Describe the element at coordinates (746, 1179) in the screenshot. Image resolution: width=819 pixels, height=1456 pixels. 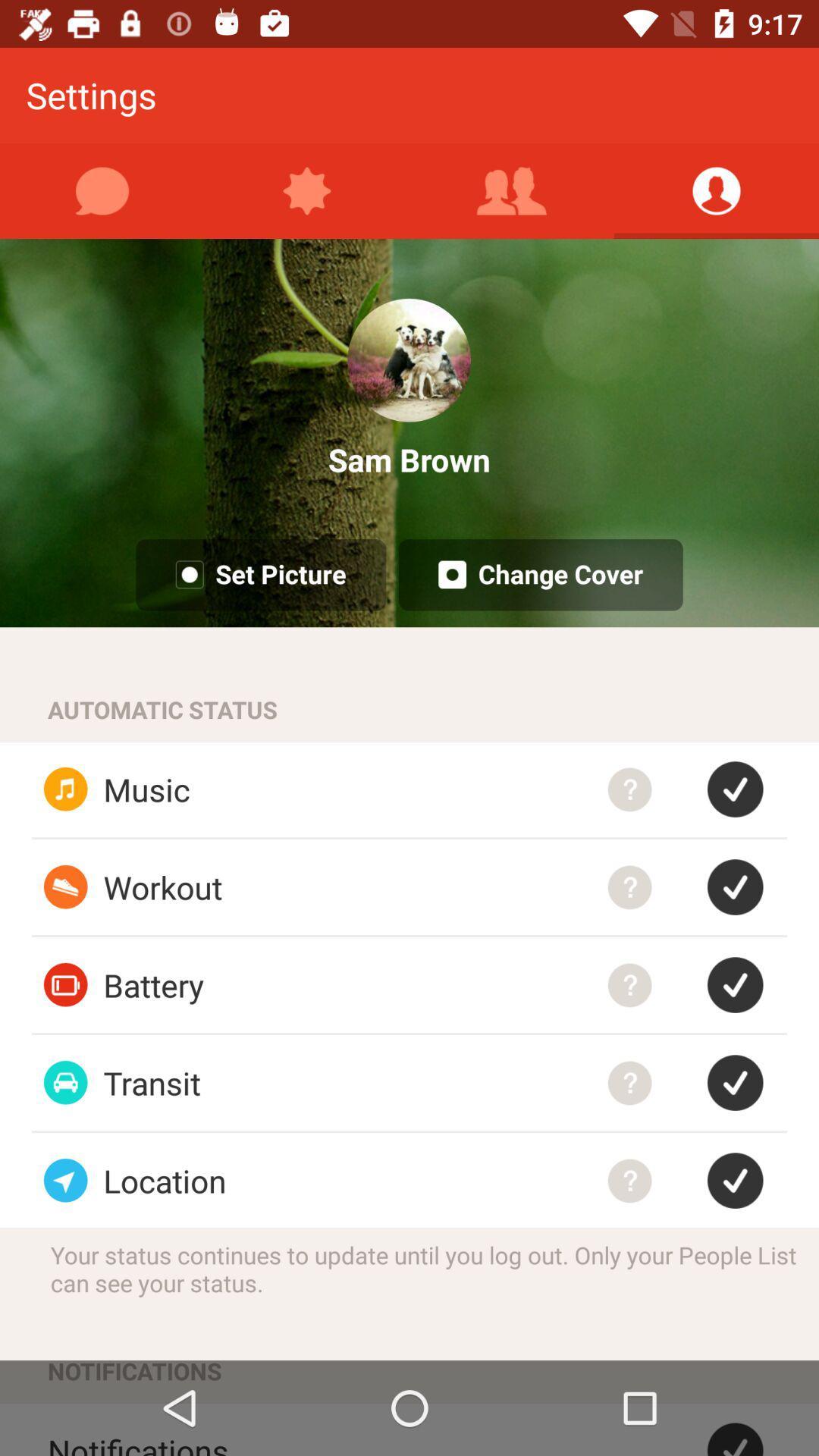
I see `the second icon which is right to location` at that location.